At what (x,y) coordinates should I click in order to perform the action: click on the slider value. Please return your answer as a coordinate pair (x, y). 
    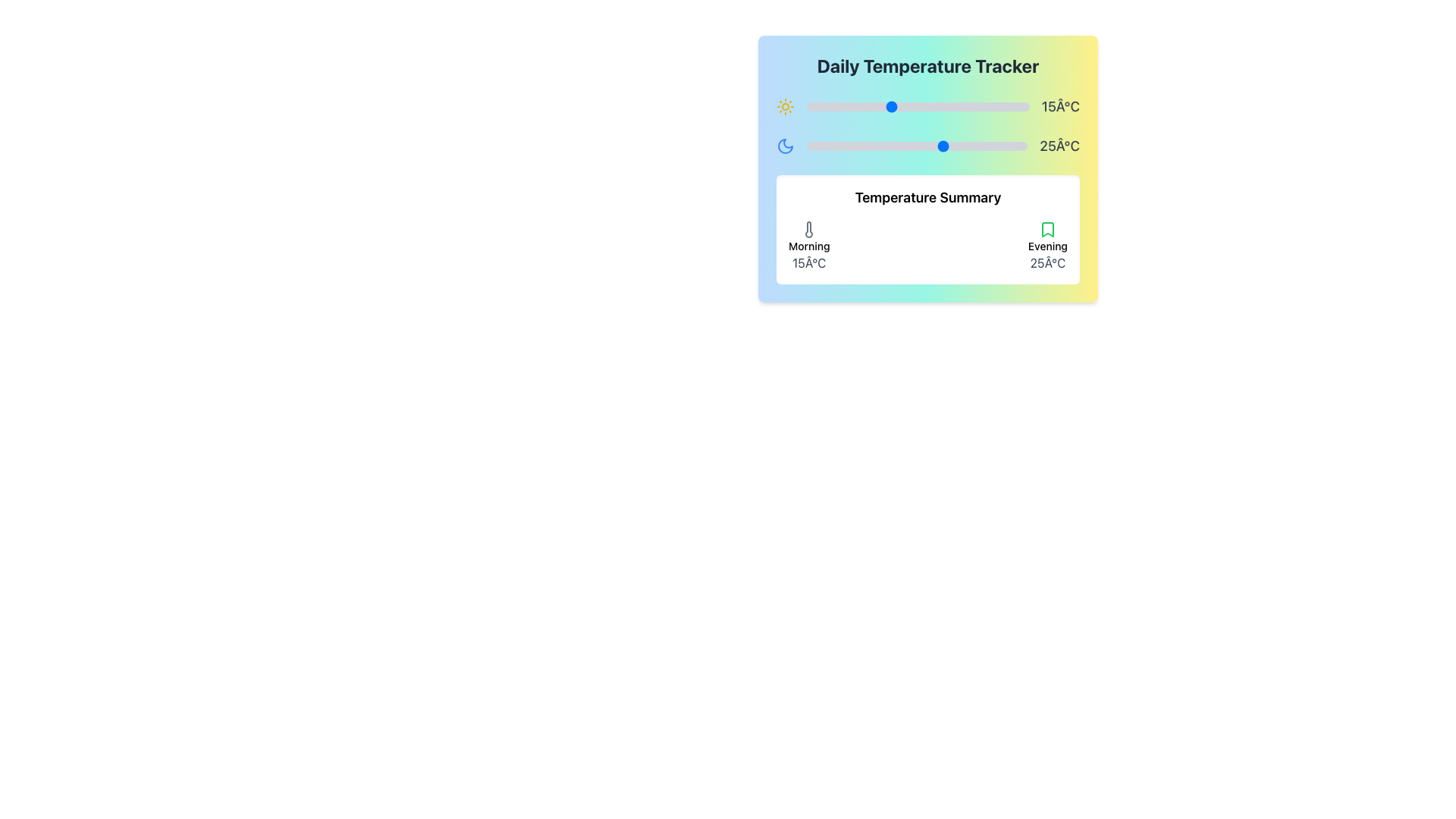
    Looking at the image, I should click on (972, 146).